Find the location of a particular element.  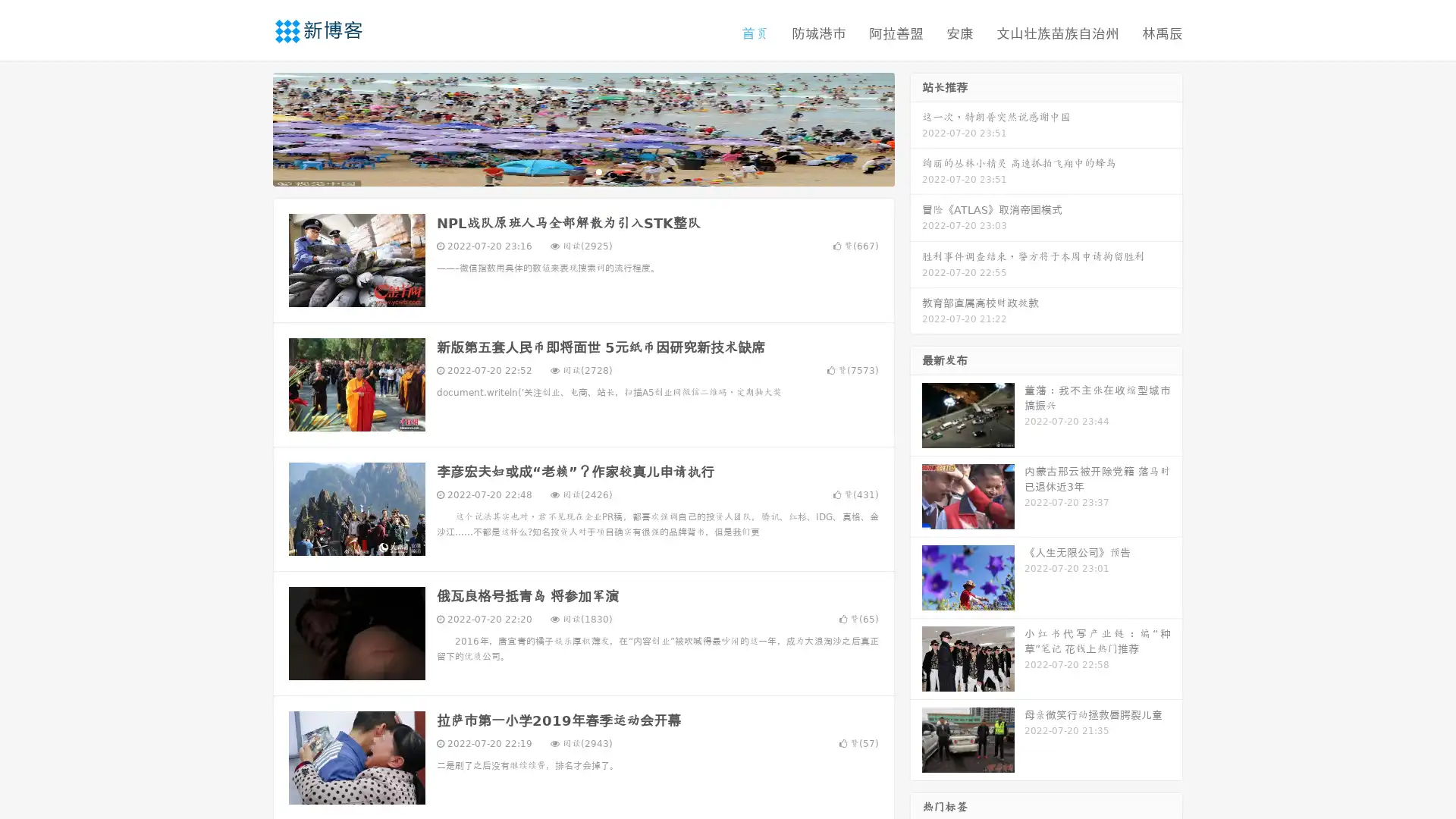

Go to slide 3 is located at coordinates (598, 171).